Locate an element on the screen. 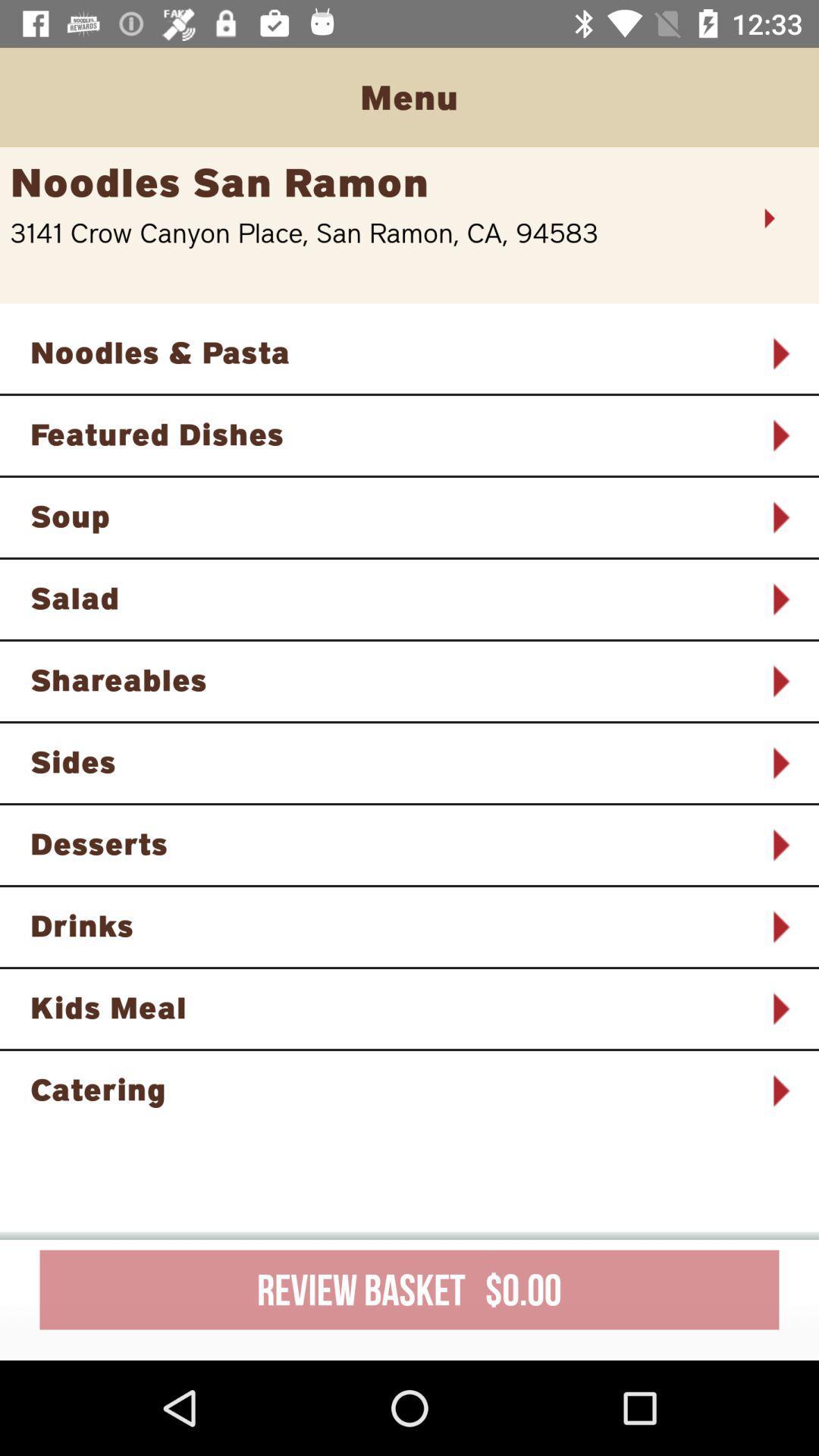 This screenshot has width=819, height=1456. item to the right of shareables  icon is located at coordinates (780, 680).